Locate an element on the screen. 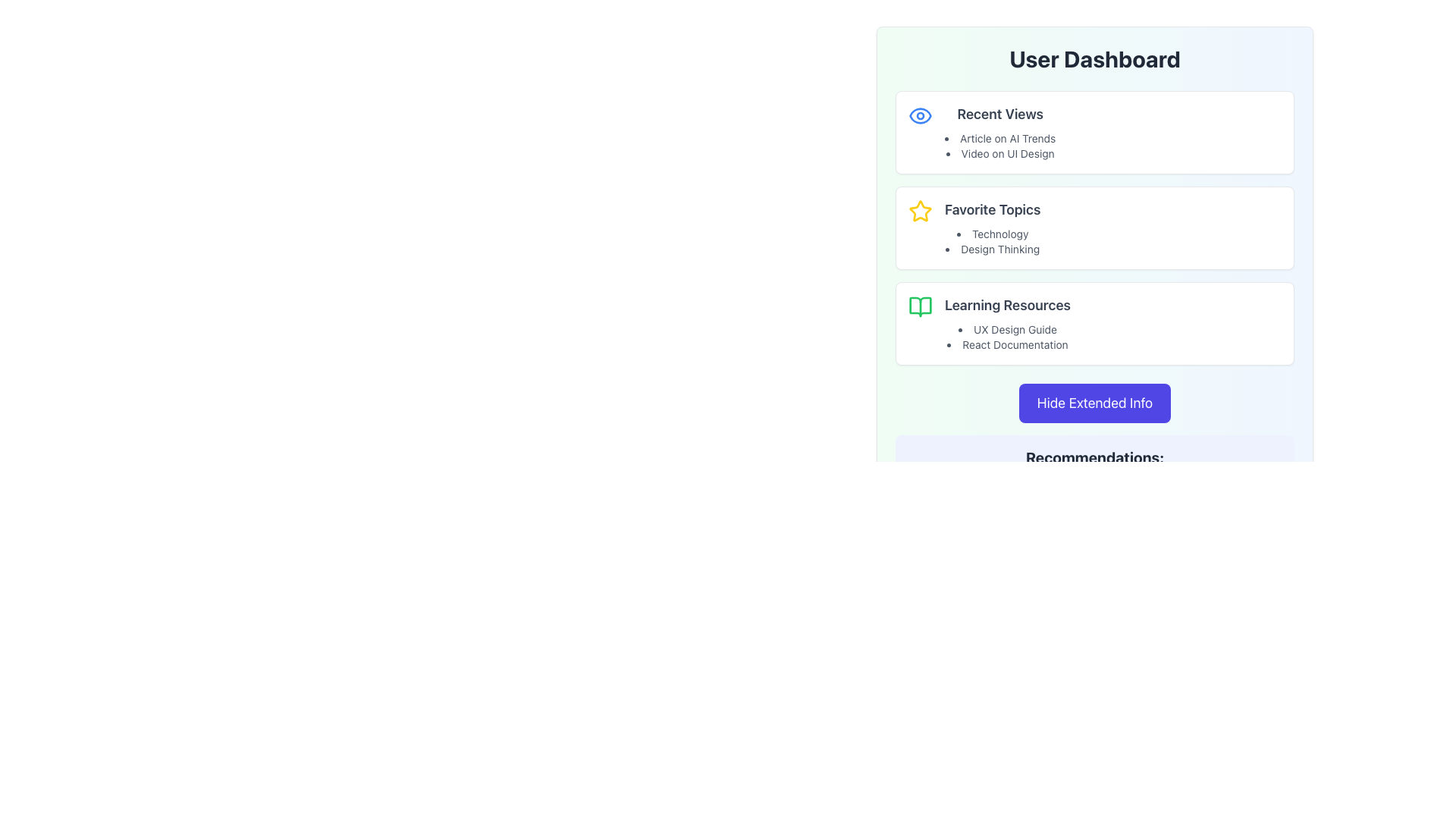 The image size is (1456, 819). the Text label indicating 'Learning Resources' in the User Dashboard, which organizes associated information for learning content is located at coordinates (1008, 305).